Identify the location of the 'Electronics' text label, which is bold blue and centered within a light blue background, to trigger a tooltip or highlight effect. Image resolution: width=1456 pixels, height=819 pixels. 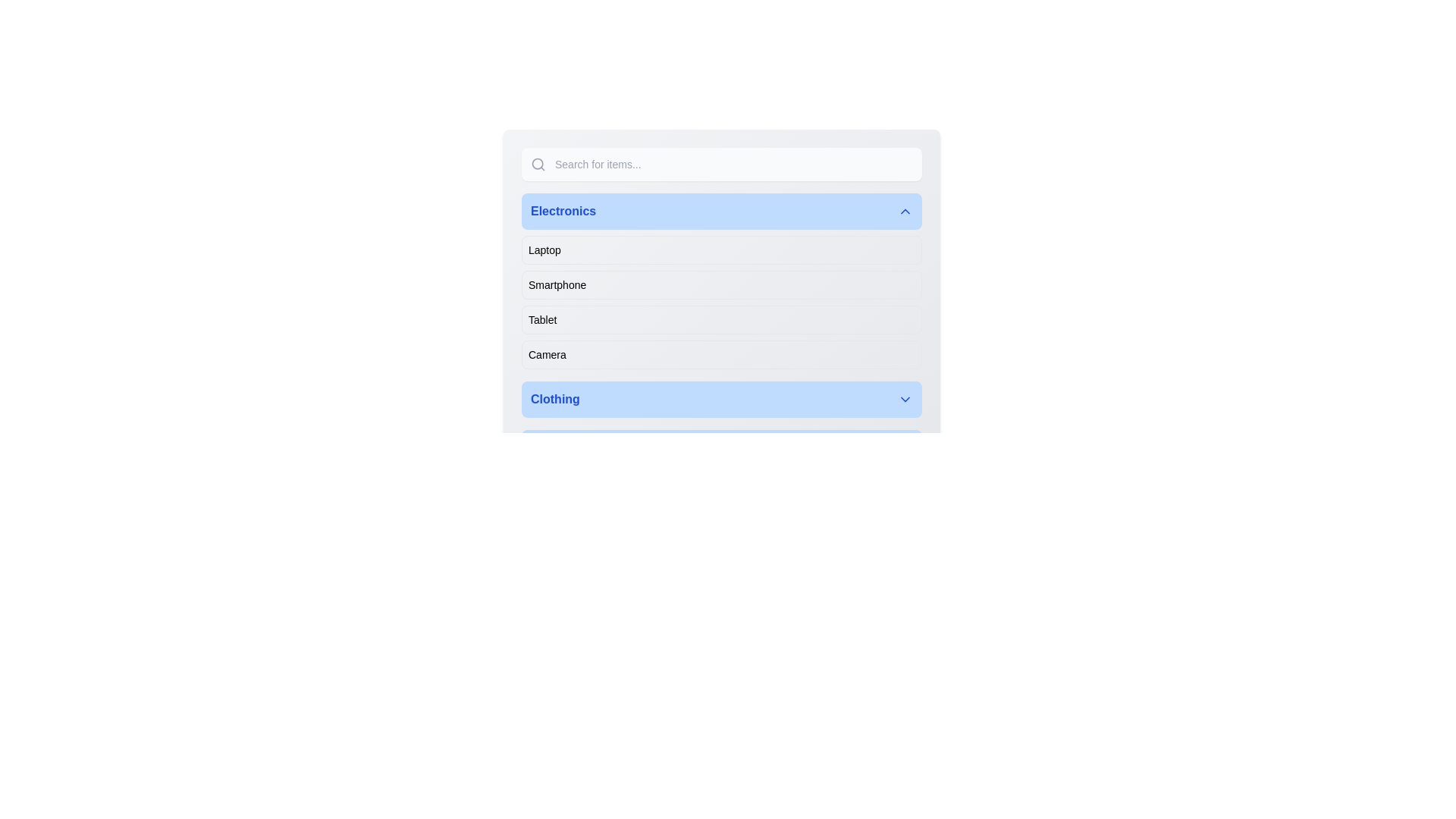
(563, 211).